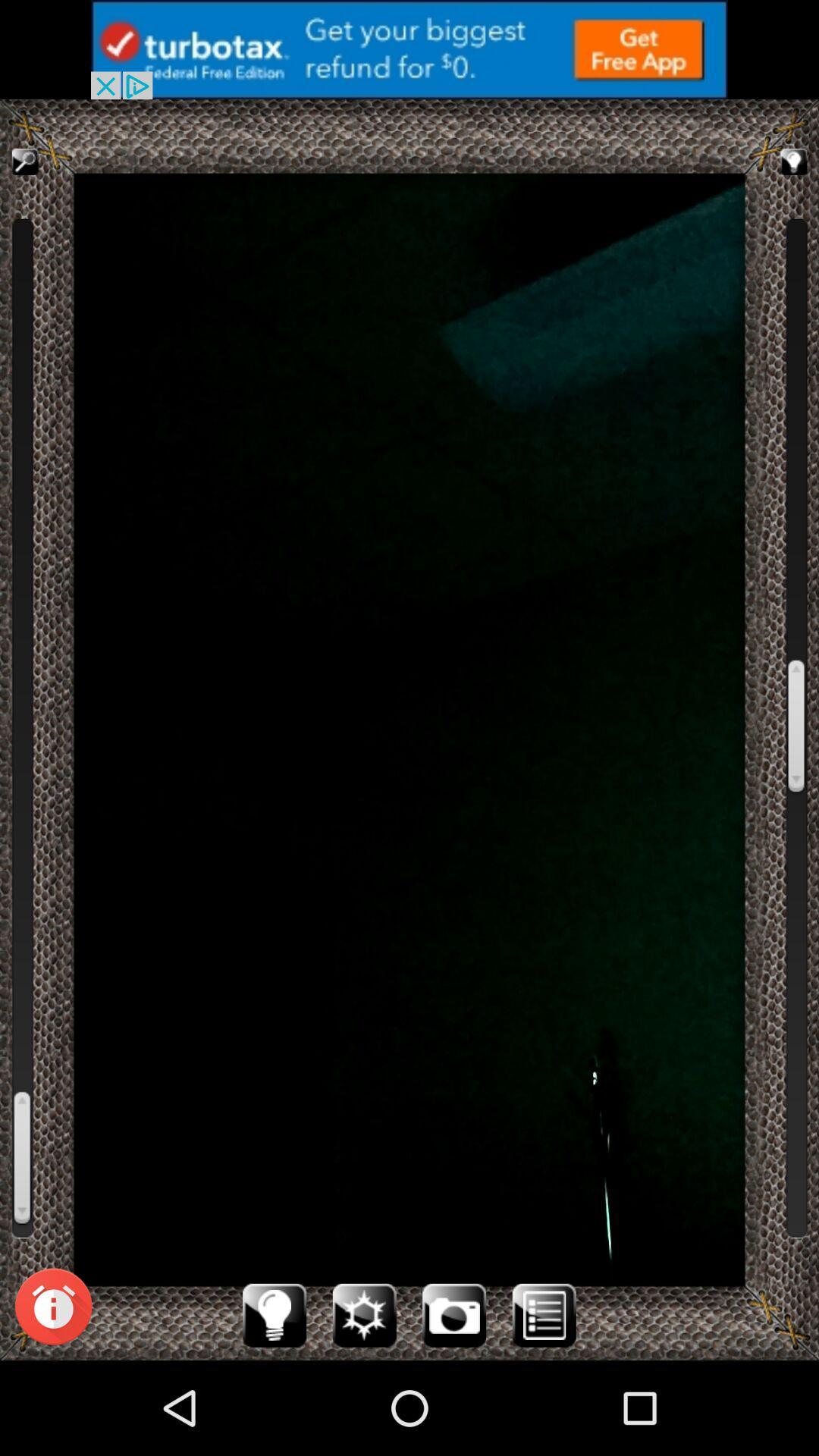 This screenshot has width=819, height=1456. I want to click on activate flash, so click(364, 1314).